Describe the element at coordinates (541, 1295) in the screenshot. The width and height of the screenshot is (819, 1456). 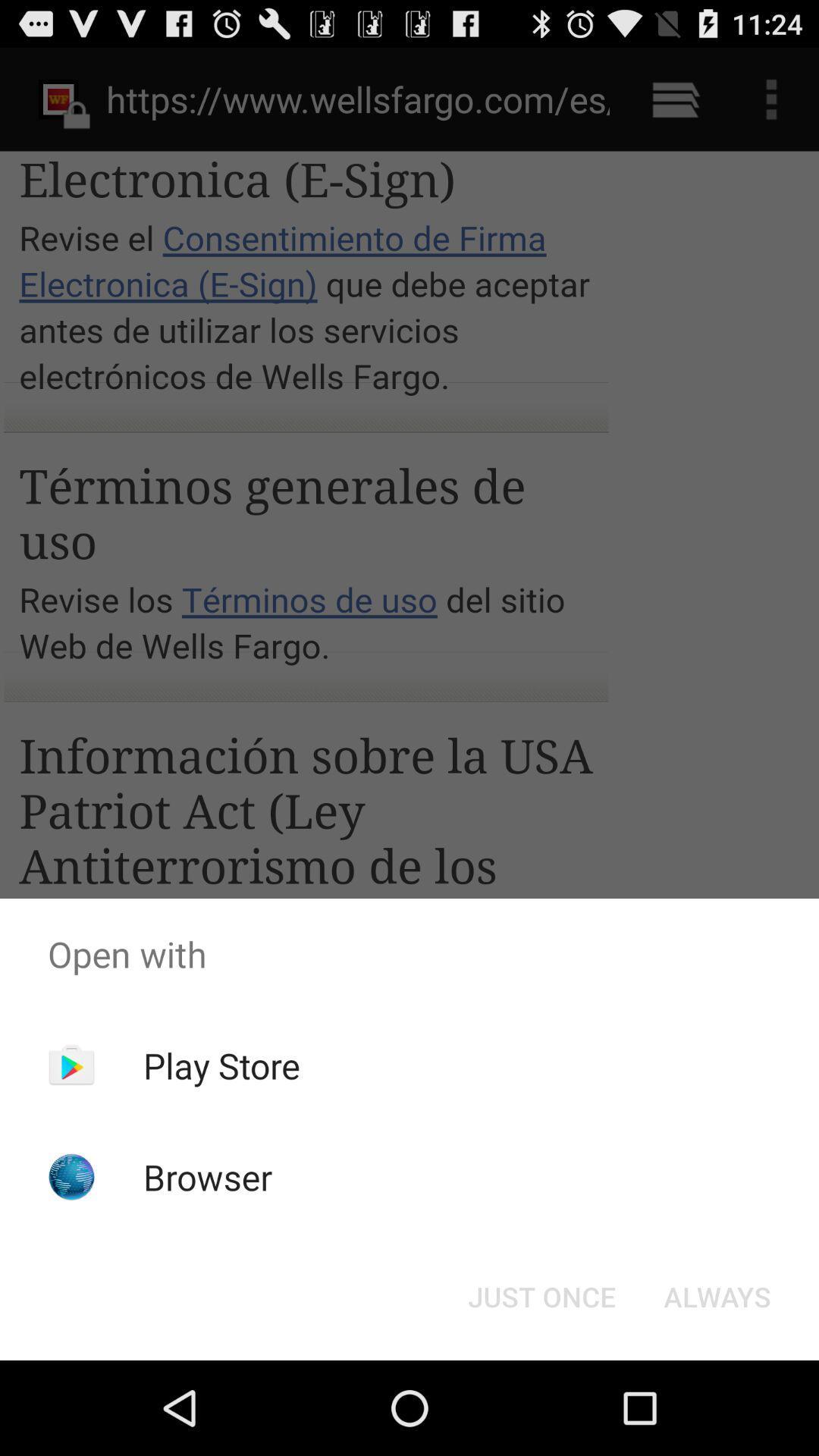
I see `the icon next to the always button` at that location.